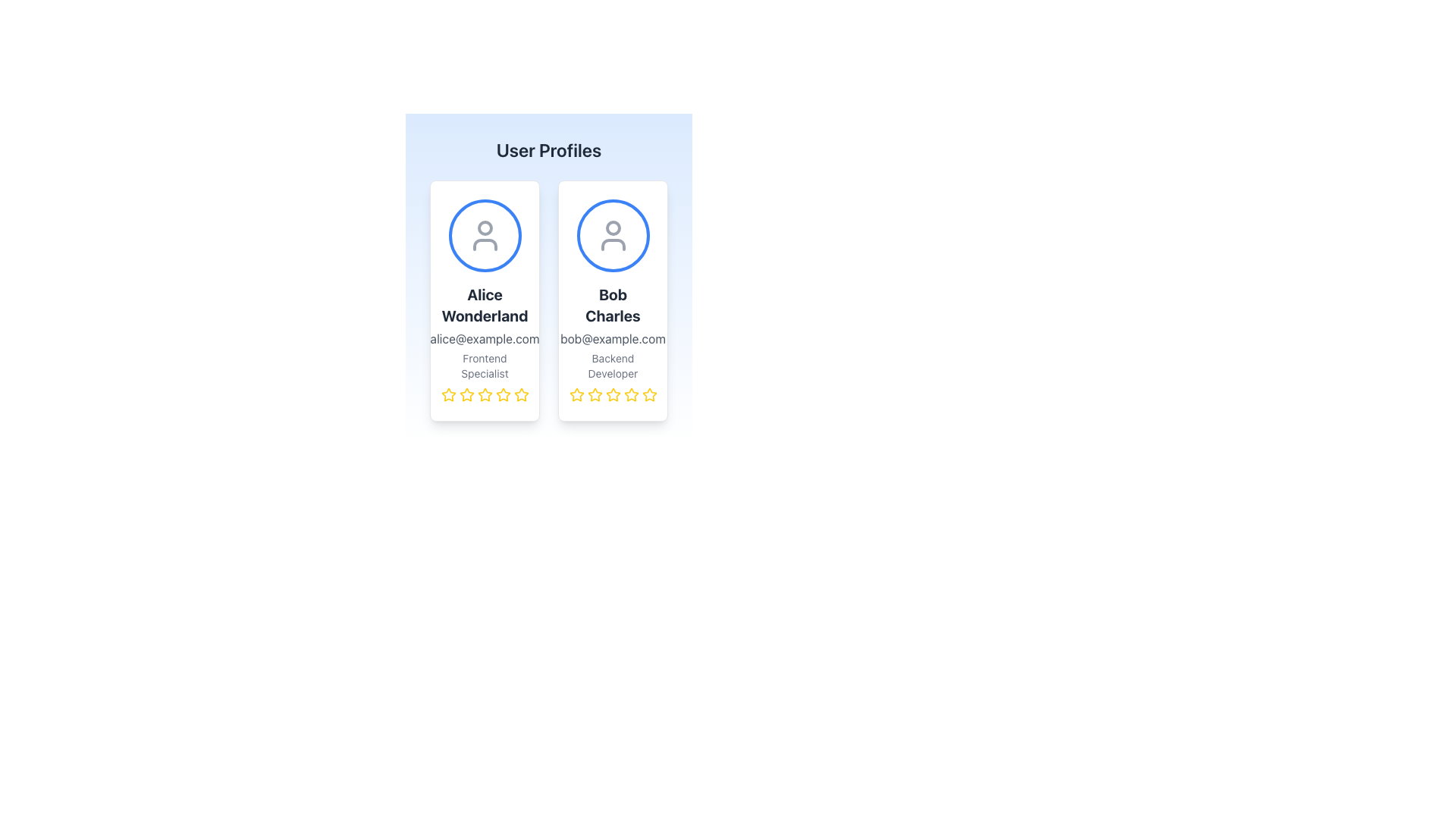  What do you see at coordinates (466, 394) in the screenshot?
I see `the third star-shaped rating icon in a sequence of five yellow stars located below the name 'Alice Wonderland'` at bounding box center [466, 394].